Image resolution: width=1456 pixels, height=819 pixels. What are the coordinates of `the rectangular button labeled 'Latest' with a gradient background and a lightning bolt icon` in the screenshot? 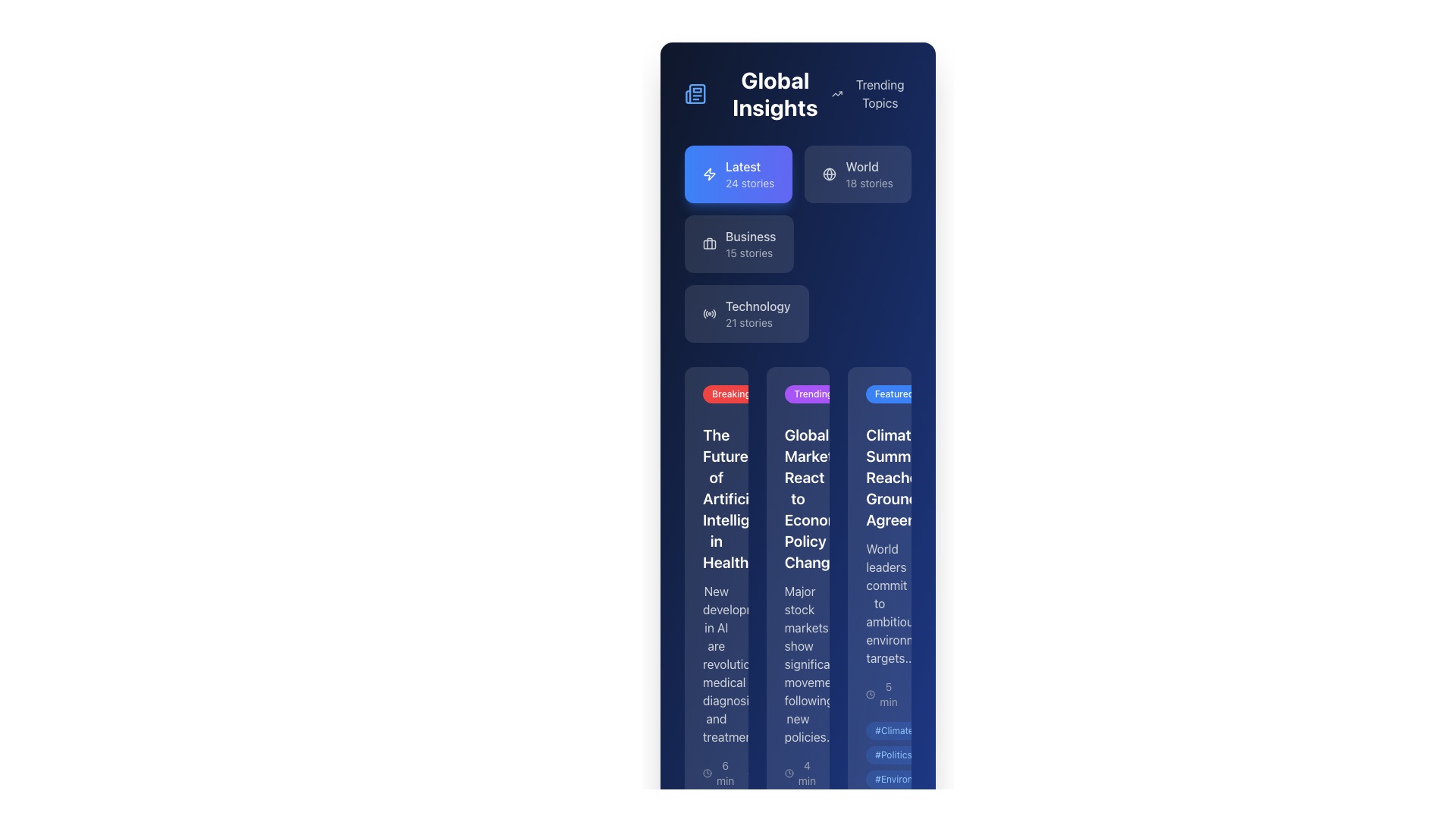 It's located at (739, 174).